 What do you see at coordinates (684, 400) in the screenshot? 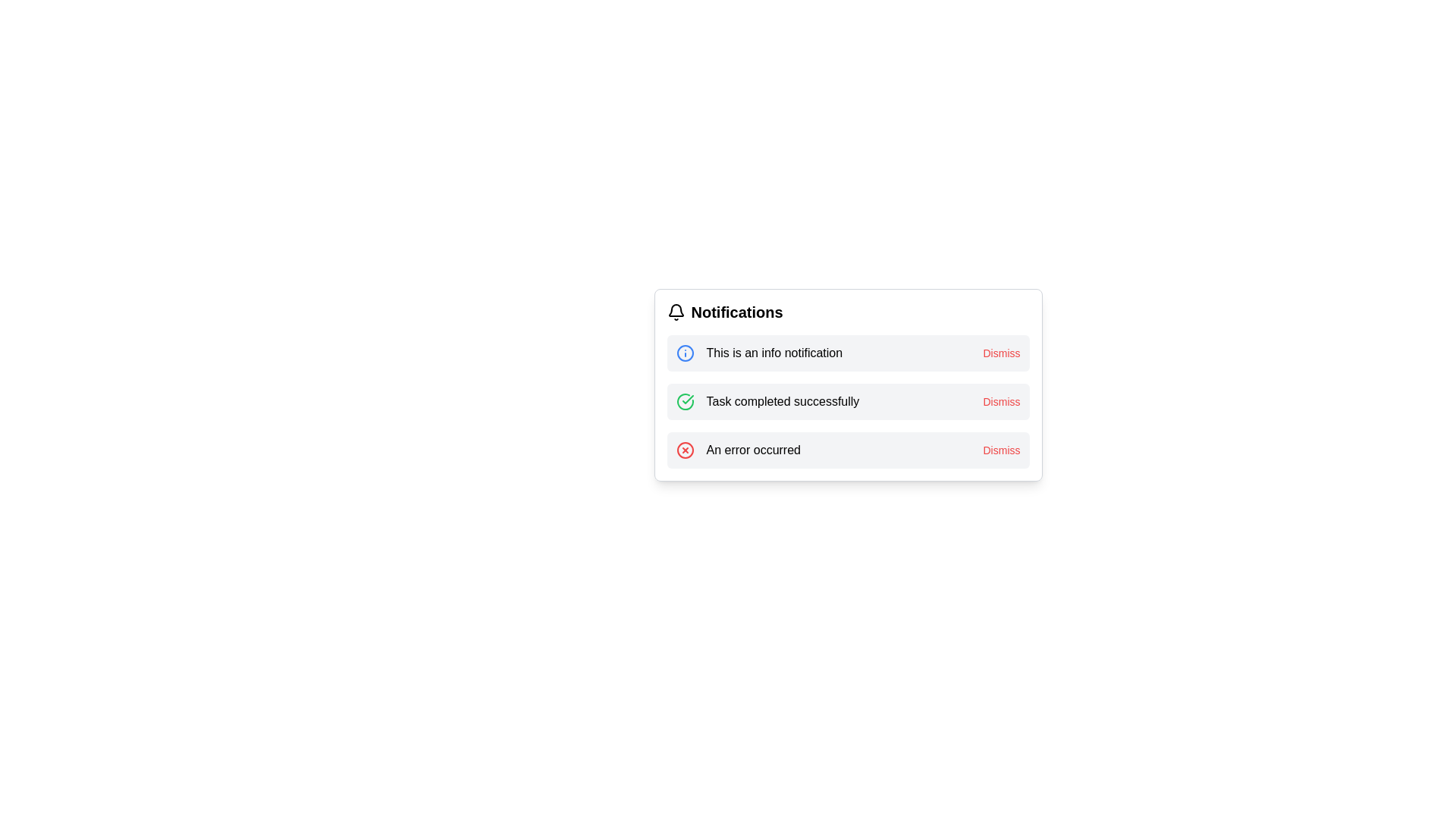
I see `the checkmark icon that indicates successful task completion, which is located at the start of the second notification row in the list` at bounding box center [684, 400].